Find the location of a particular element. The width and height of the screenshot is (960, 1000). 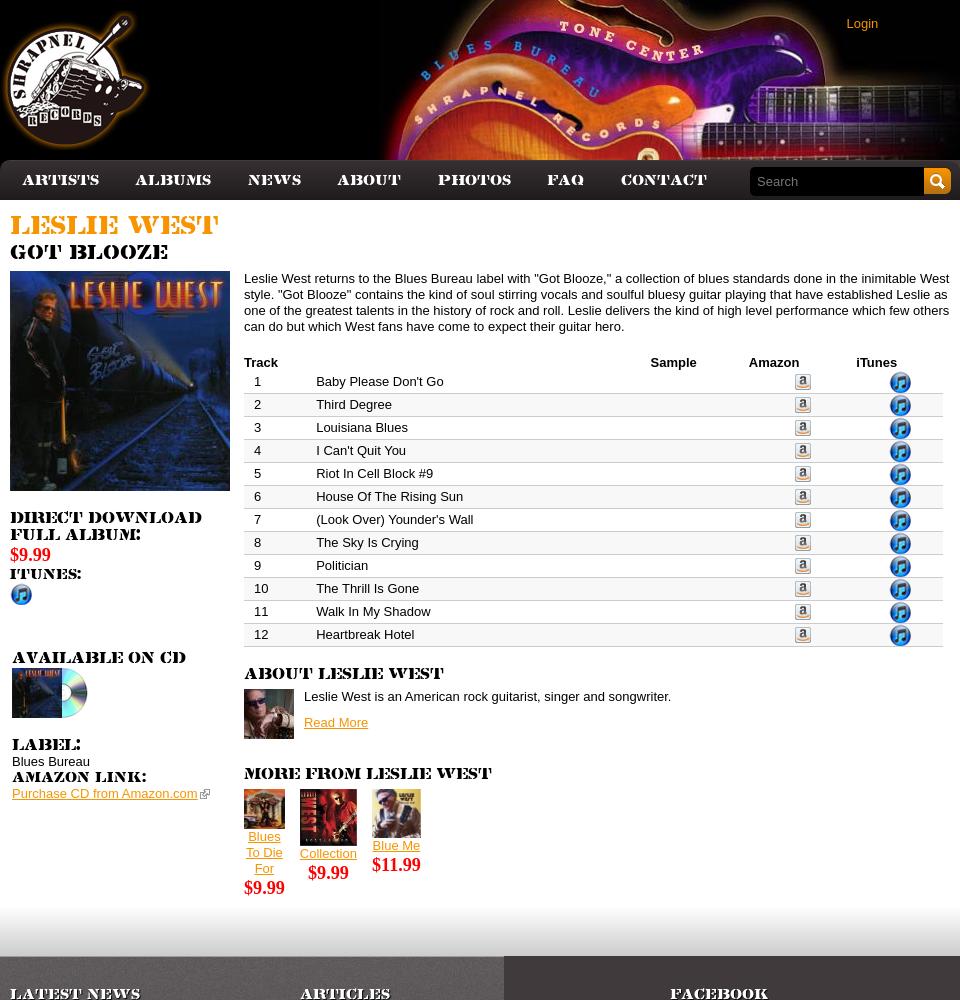

'4' is located at coordinates (251, 448).